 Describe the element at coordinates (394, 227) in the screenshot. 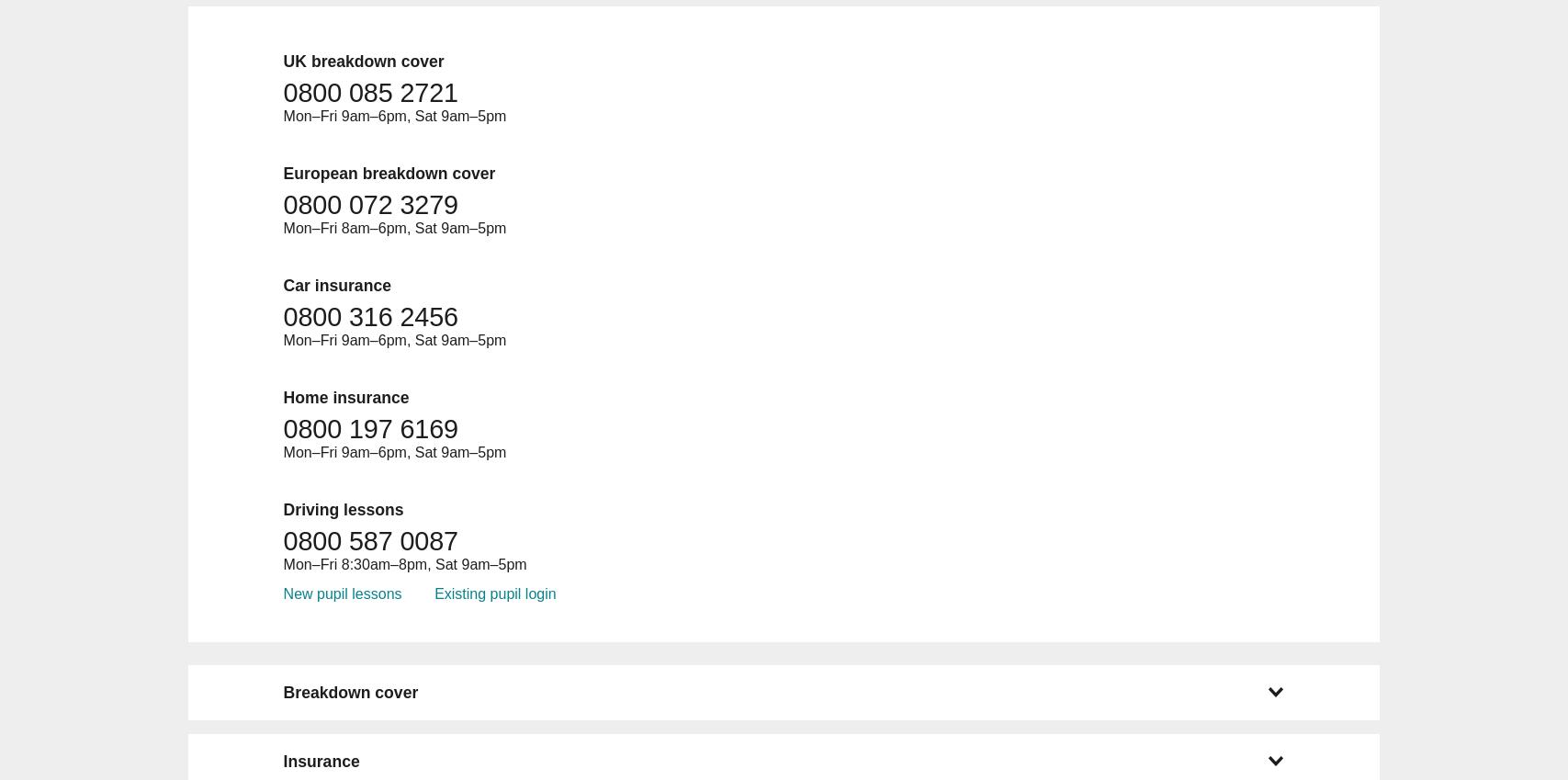

I see `'Mon–Fri 8am–6pm, Sat 9am–5pm'` at that location.